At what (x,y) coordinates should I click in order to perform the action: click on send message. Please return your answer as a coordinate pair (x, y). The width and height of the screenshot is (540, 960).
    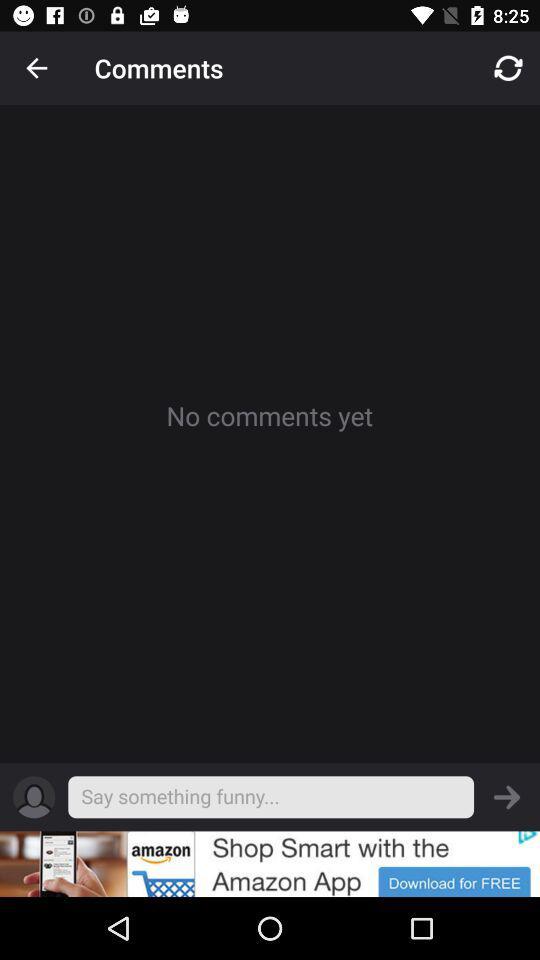
    Looking at the image, I should click on (507, 797).